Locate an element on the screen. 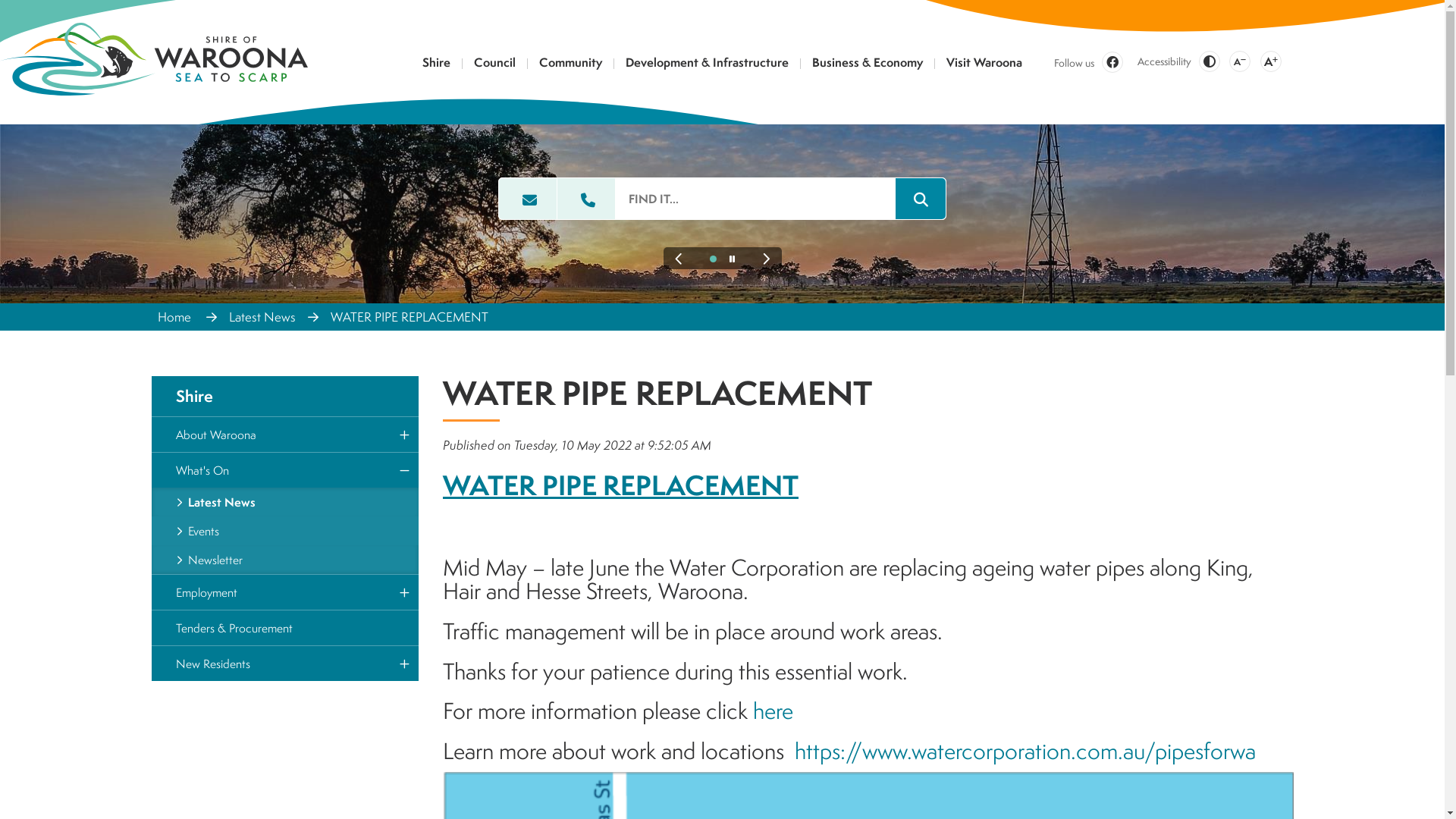  'Community' is located at coordinates (570, 66).